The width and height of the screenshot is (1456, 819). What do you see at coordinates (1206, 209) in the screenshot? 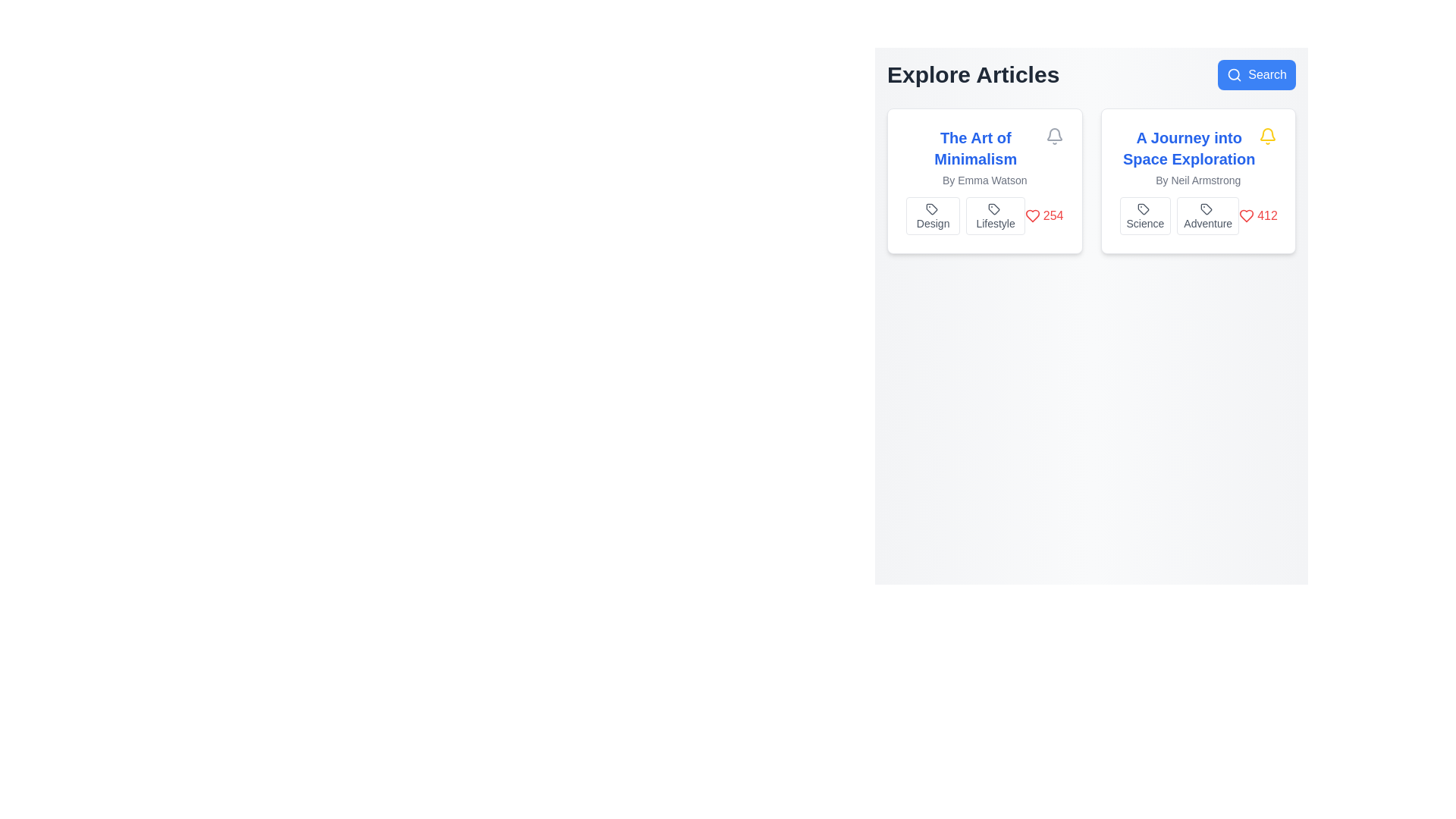
I see `the small graphical icon resembling a tag located to the left of the word 'Adventure' in the 'A Journey into Space Exploration' card module` at bounding box center [1206, 209].